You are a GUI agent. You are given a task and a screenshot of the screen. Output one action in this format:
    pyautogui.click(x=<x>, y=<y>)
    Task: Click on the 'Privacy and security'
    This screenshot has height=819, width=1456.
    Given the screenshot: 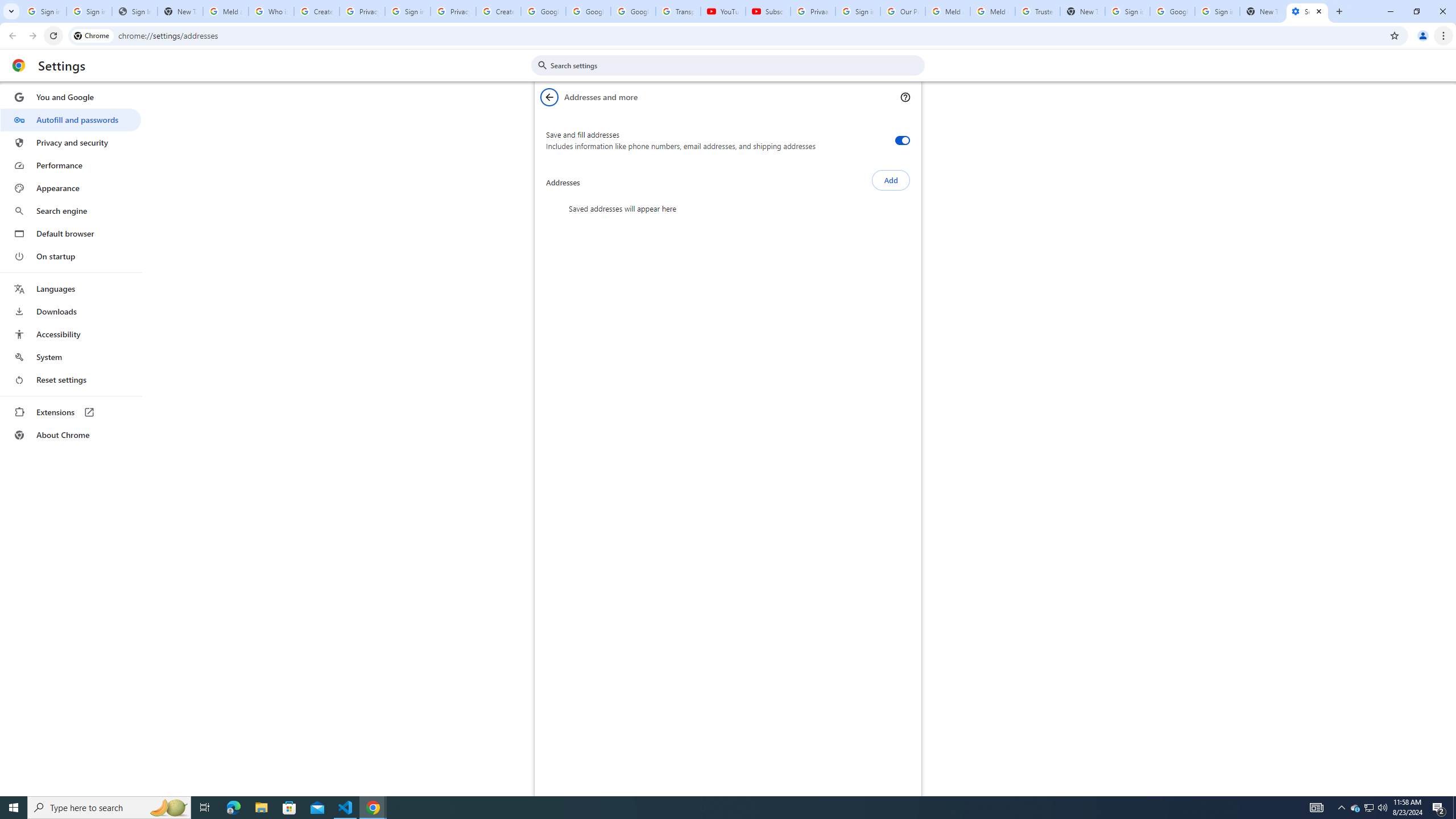 What is the action you would take?
    pyautogui.click(x=70, y=142)
    